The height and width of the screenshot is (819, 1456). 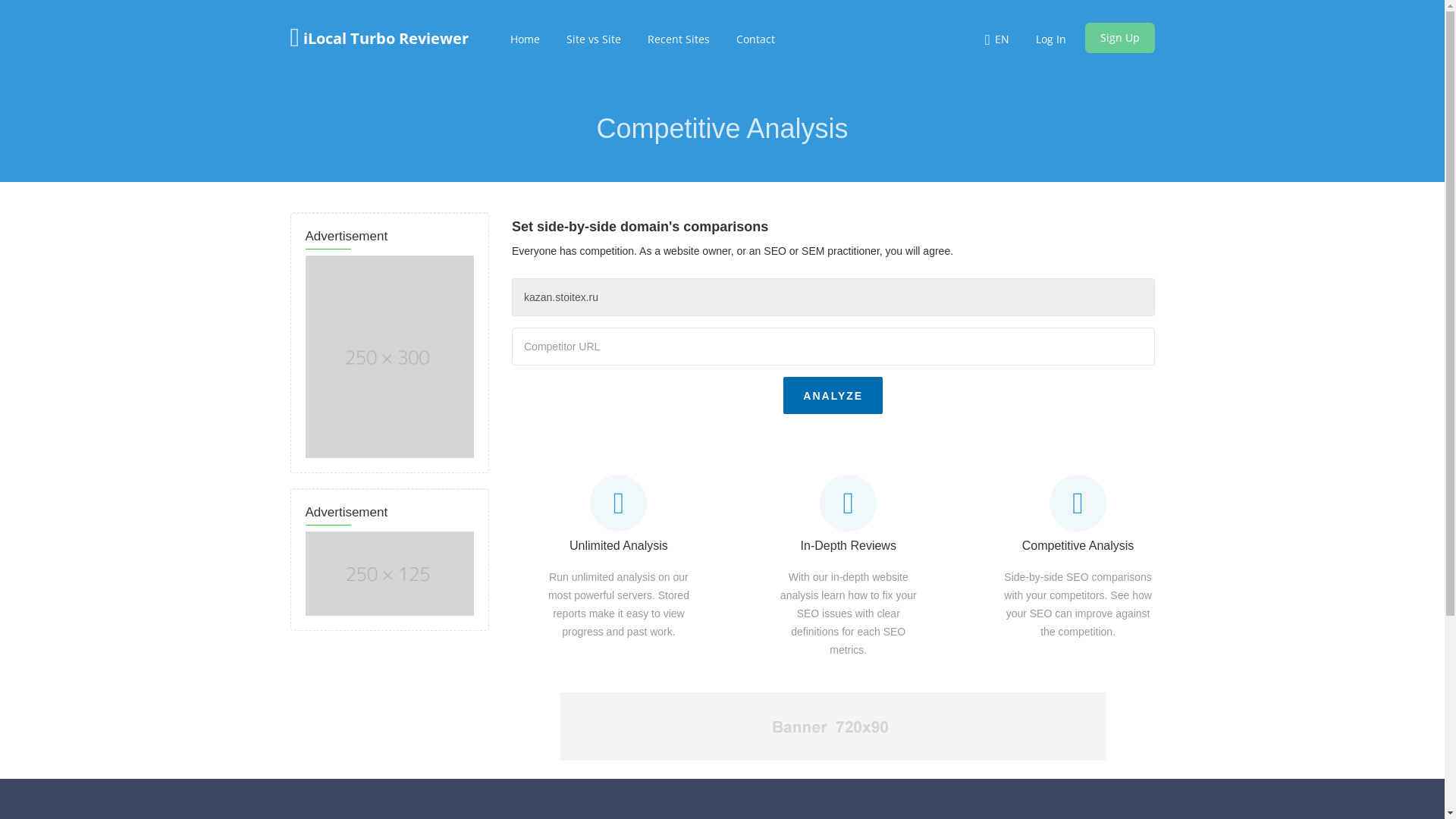 I want to click on 'Sign Up', so click(x=1084, y=37).